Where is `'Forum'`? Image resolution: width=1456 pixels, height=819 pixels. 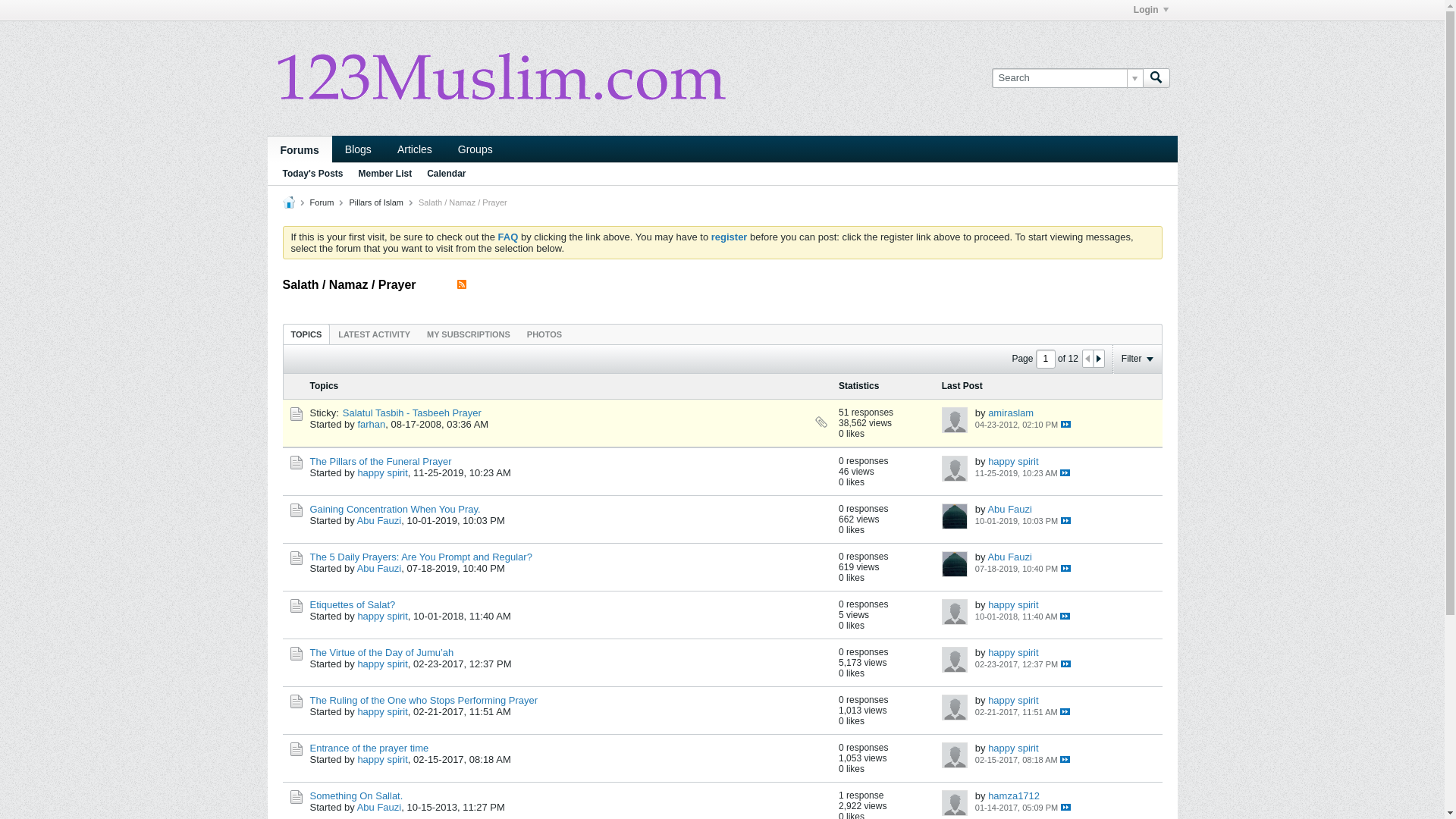
'Forum' is located at coordinates (322, 201).